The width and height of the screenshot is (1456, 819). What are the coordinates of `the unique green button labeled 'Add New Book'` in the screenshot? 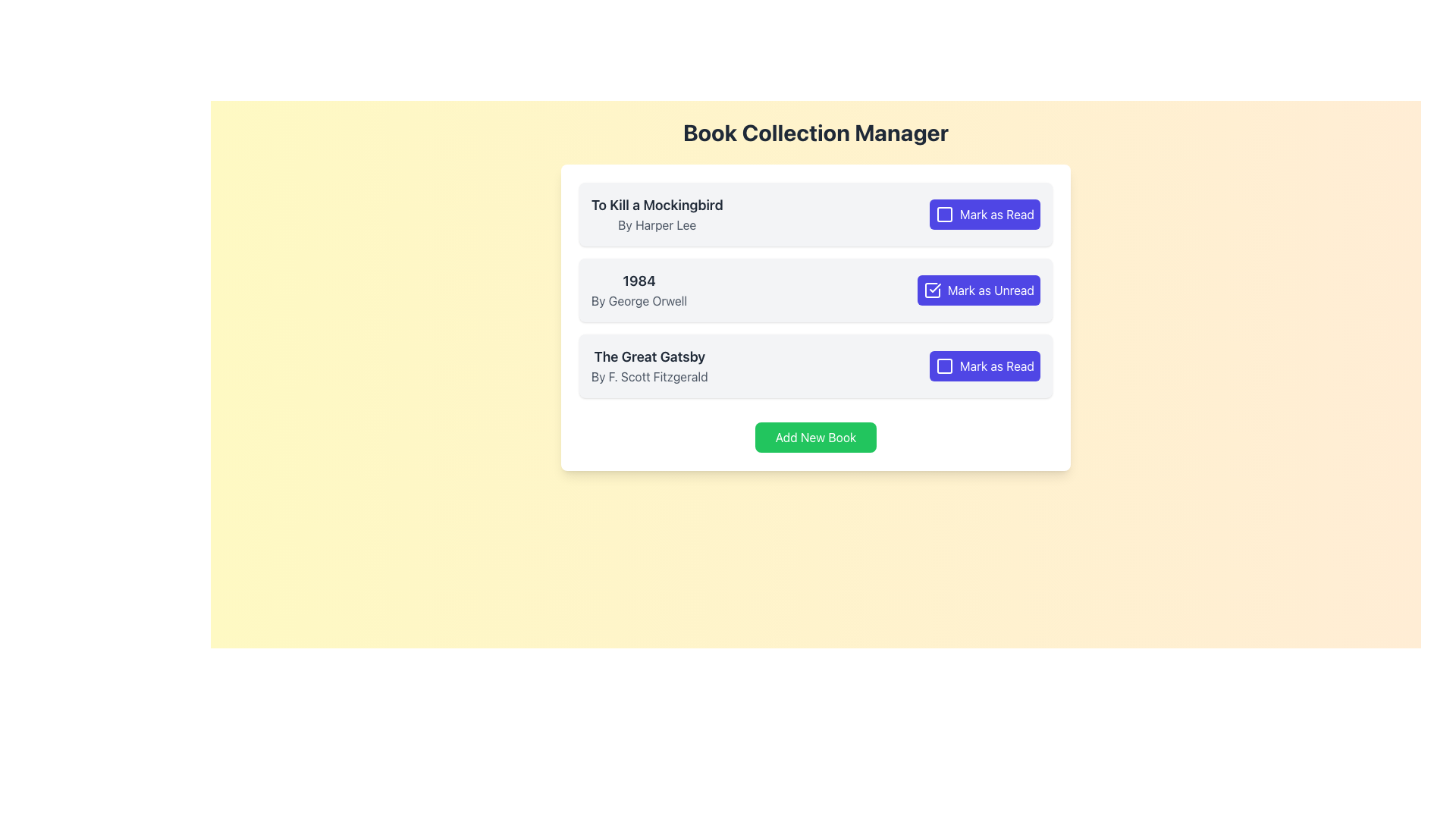 It's located at (814, 438).